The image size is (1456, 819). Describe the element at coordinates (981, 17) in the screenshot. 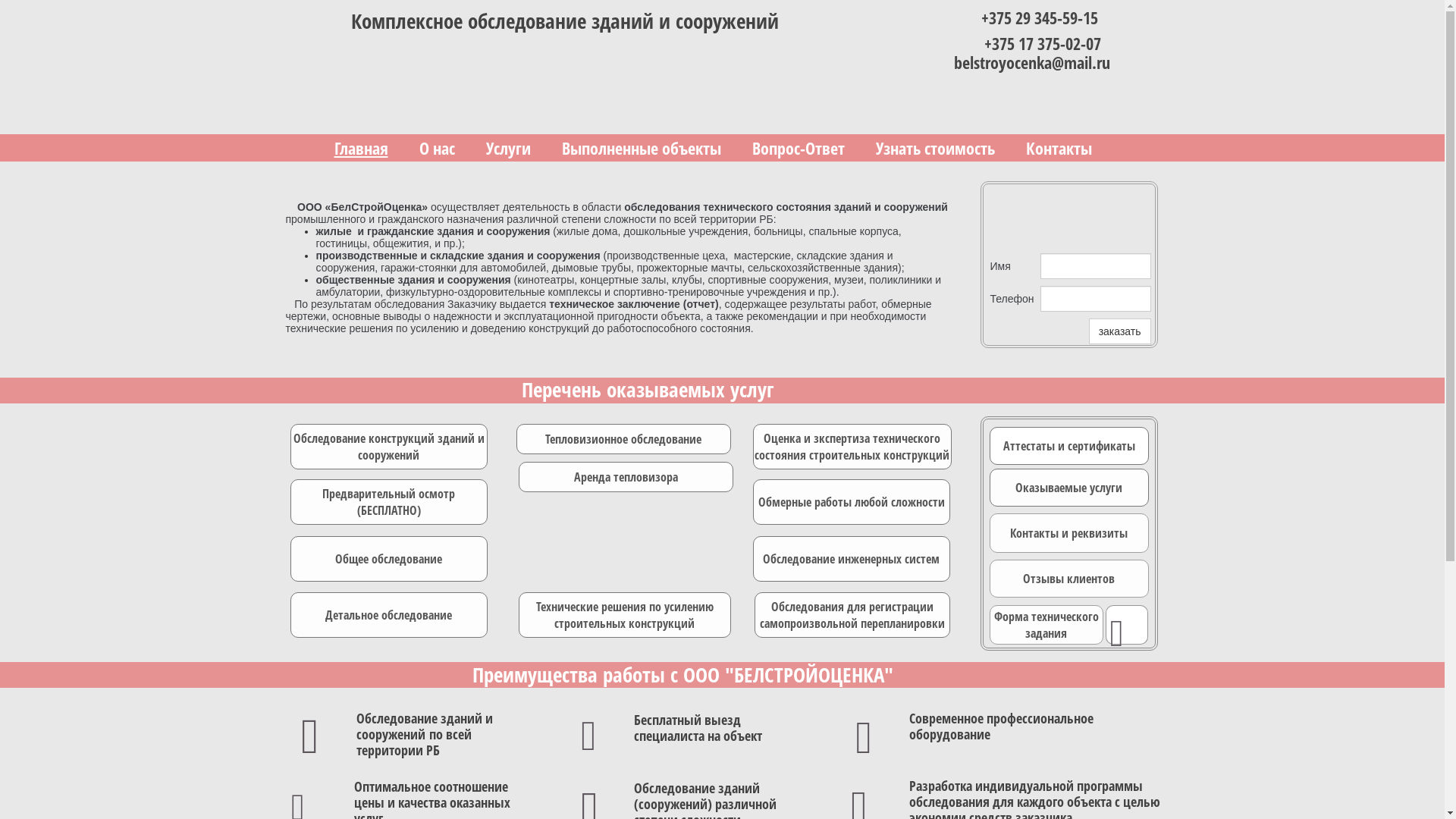

I see `'+375 29 345-59-15'` at that location.